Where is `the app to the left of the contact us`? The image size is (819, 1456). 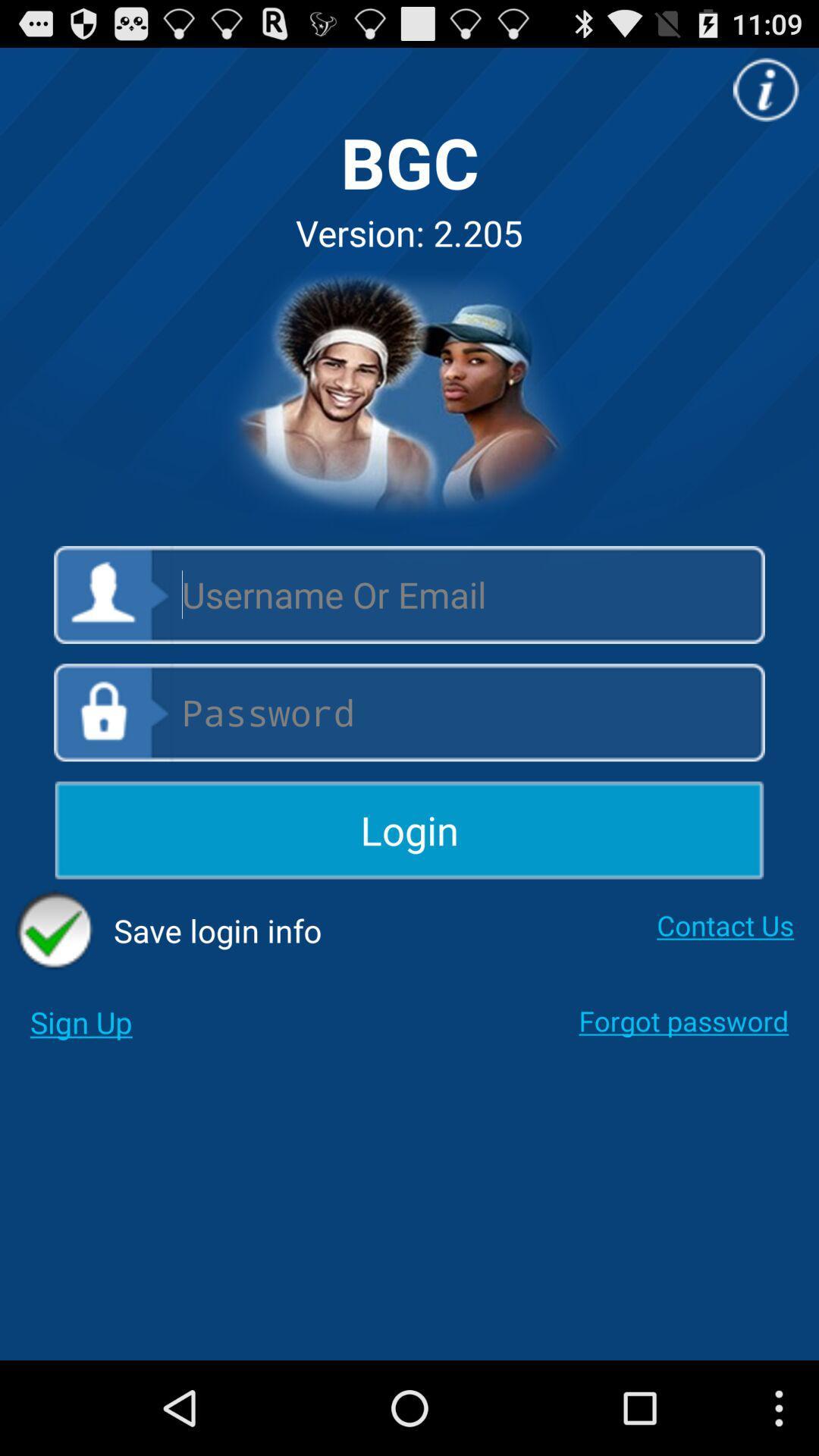
the app to the left of the contact us is located at coordinates (168, 930).